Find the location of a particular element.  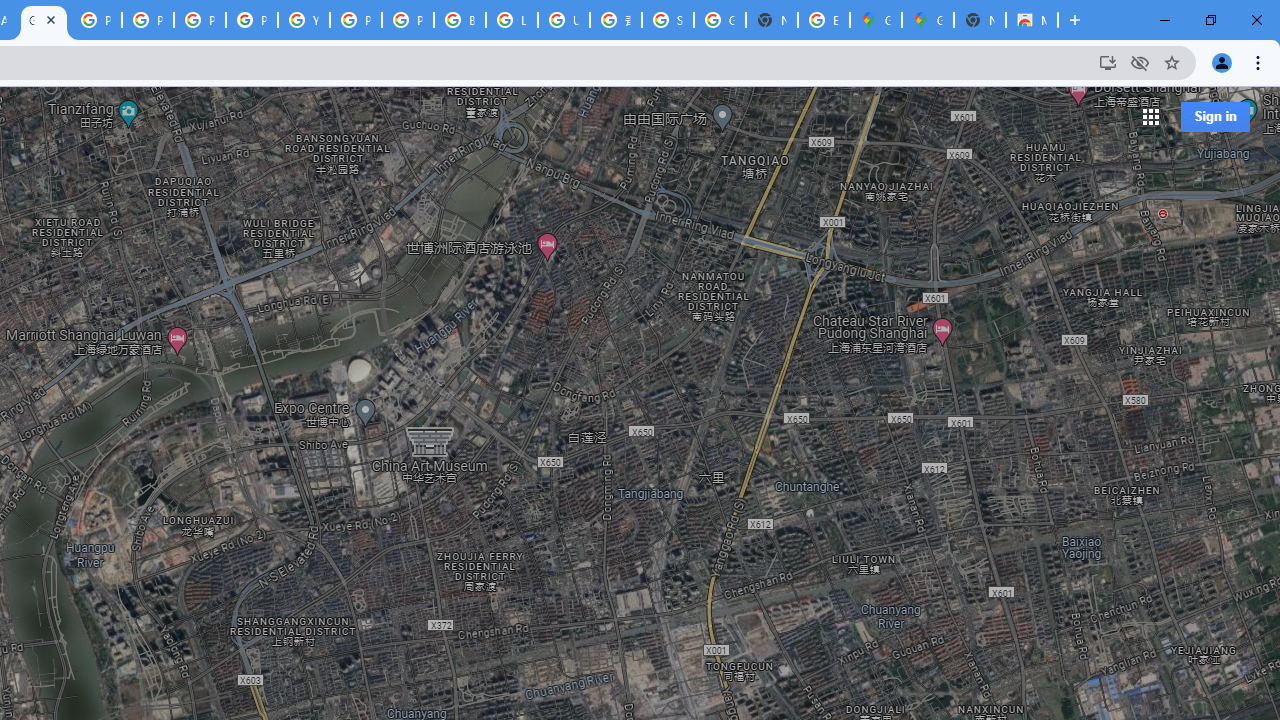

'YouTube' is located at coordinates (303, 20).